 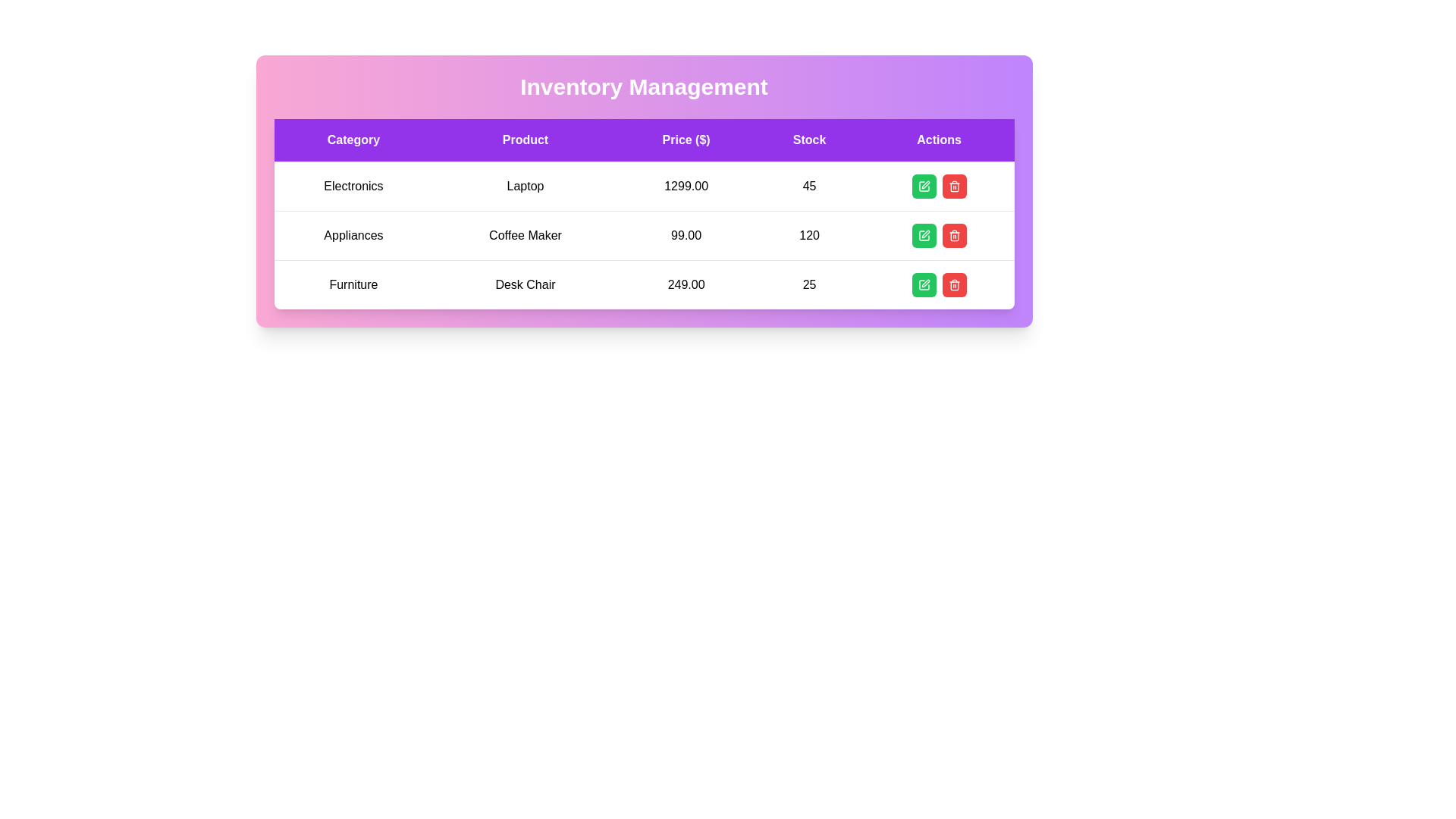 I want to click on the 'Edit' button in the 'Actions' column of the second row of the table, so click(x=923, y=236).